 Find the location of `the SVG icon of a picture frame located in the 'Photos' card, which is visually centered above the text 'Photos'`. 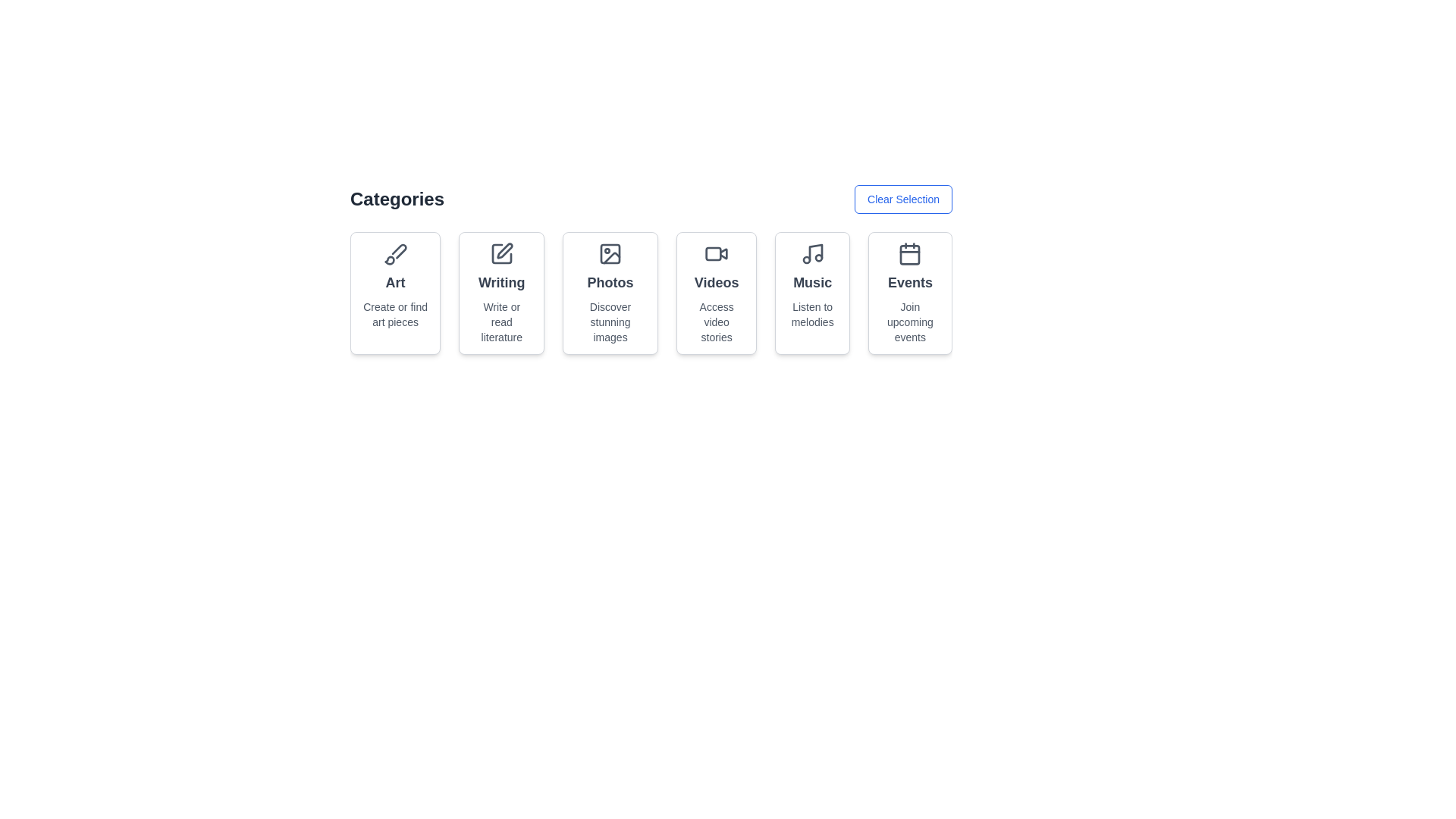

the SVG icon of a picture frame located in the 'Photos' card, which is visually centered above the text 'Photos' is located at coordinates (610, 253).